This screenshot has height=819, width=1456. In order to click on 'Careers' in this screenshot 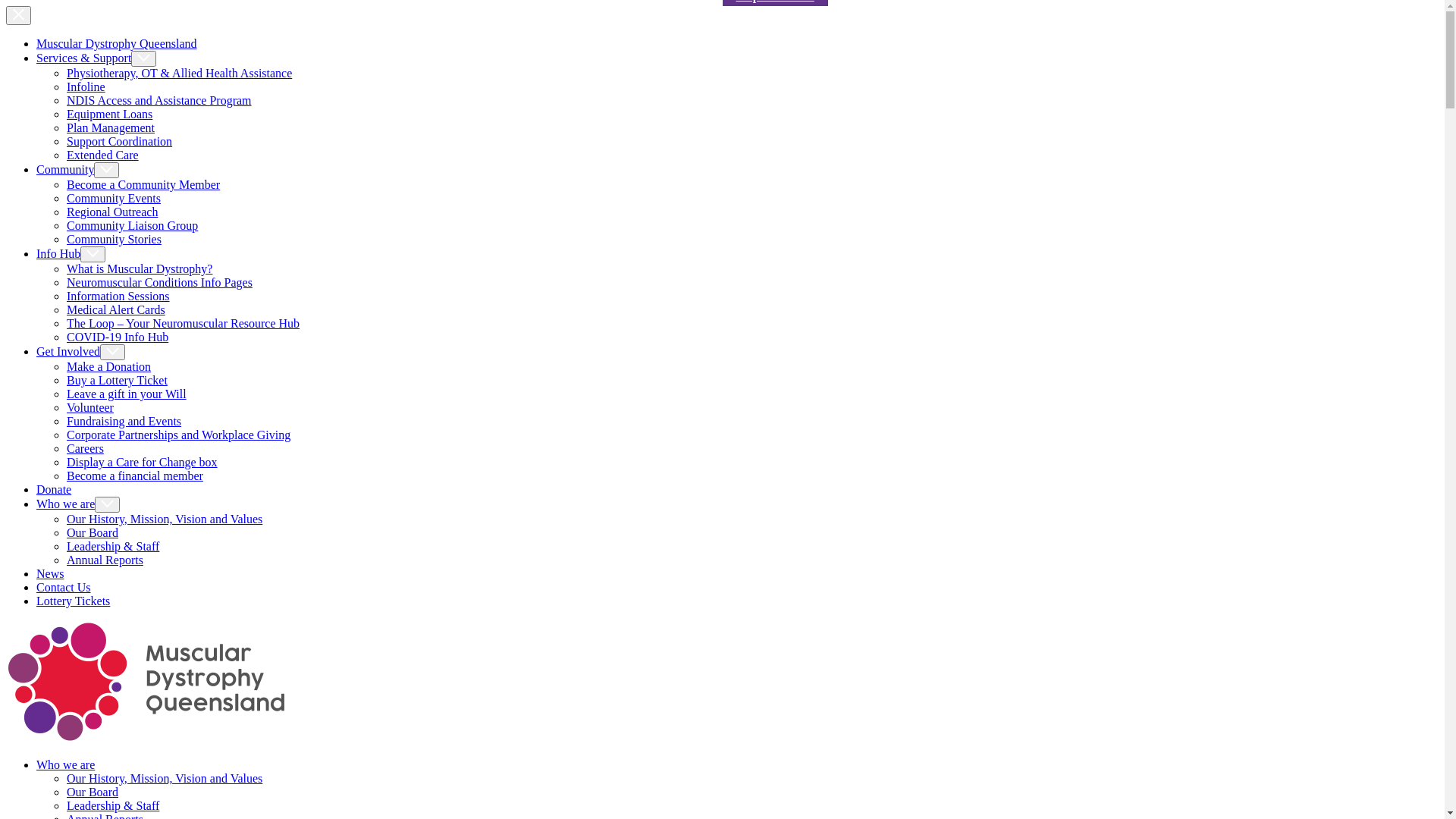, I will do `click(84, 447)`.